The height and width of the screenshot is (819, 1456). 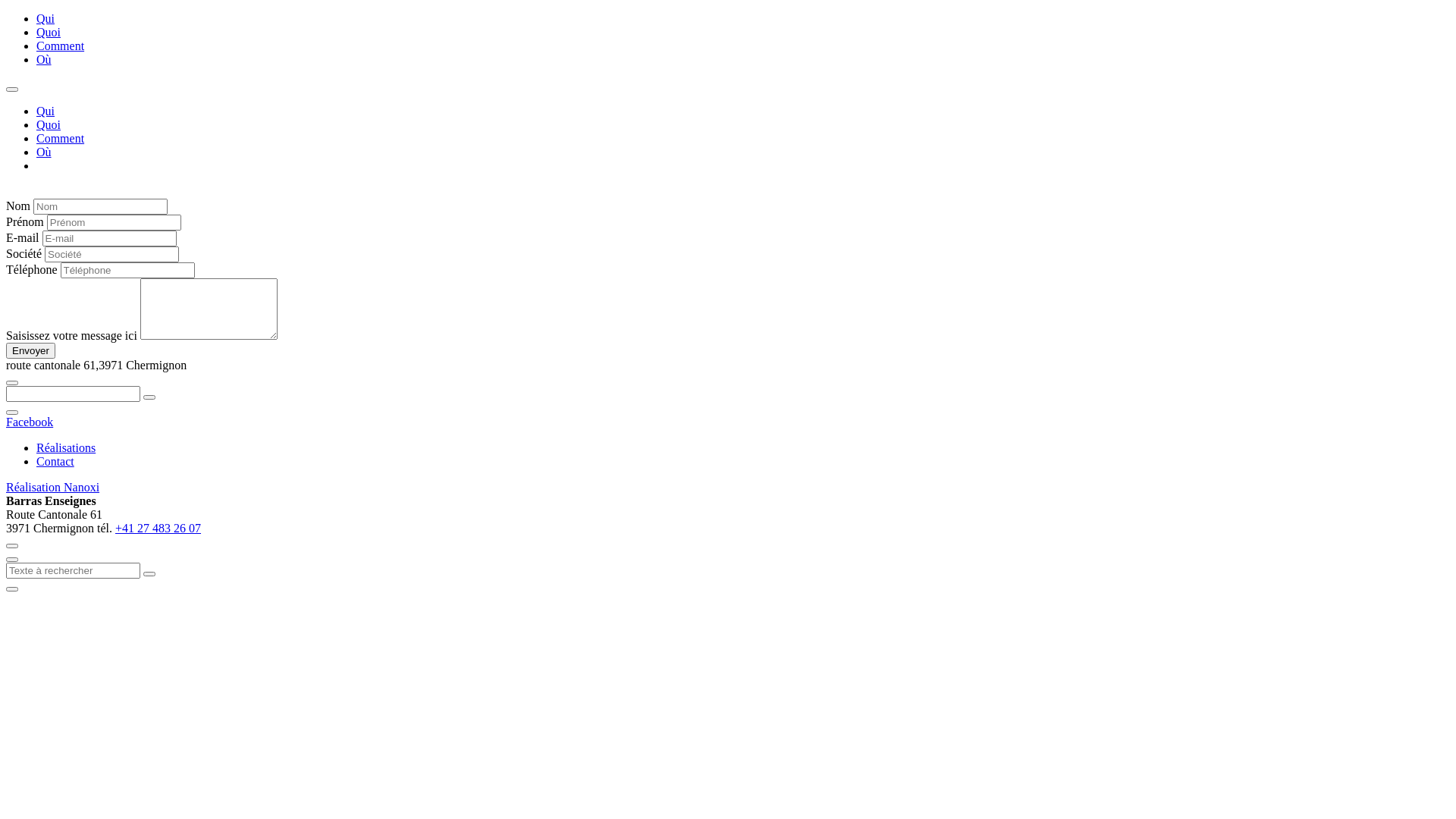 What do you see at coordinates (60, 45) in the screenshot?
I see `'Comment'` at bounding box center [60, 45].